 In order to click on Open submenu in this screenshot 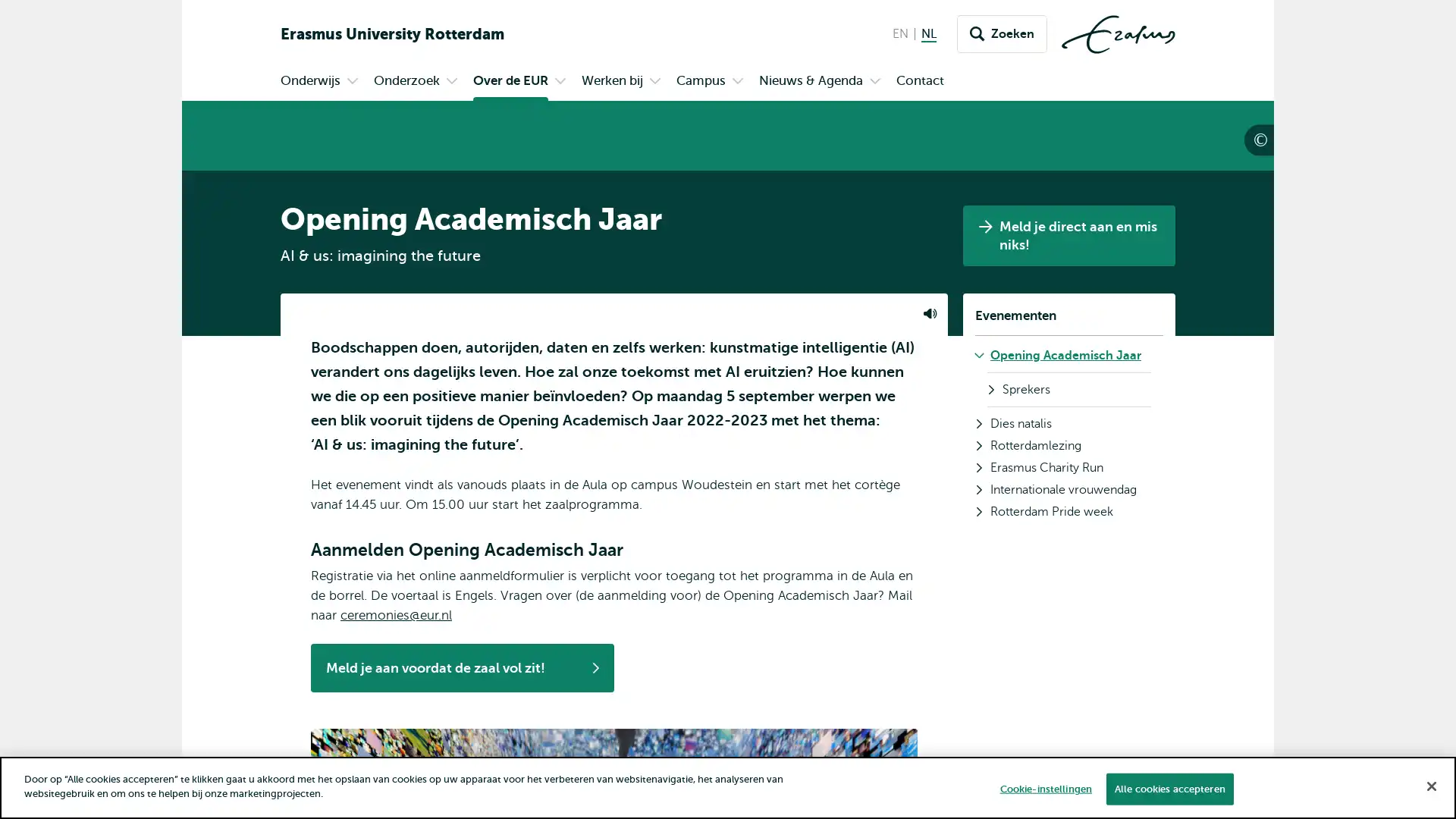, I will do `click(450, 82)`.